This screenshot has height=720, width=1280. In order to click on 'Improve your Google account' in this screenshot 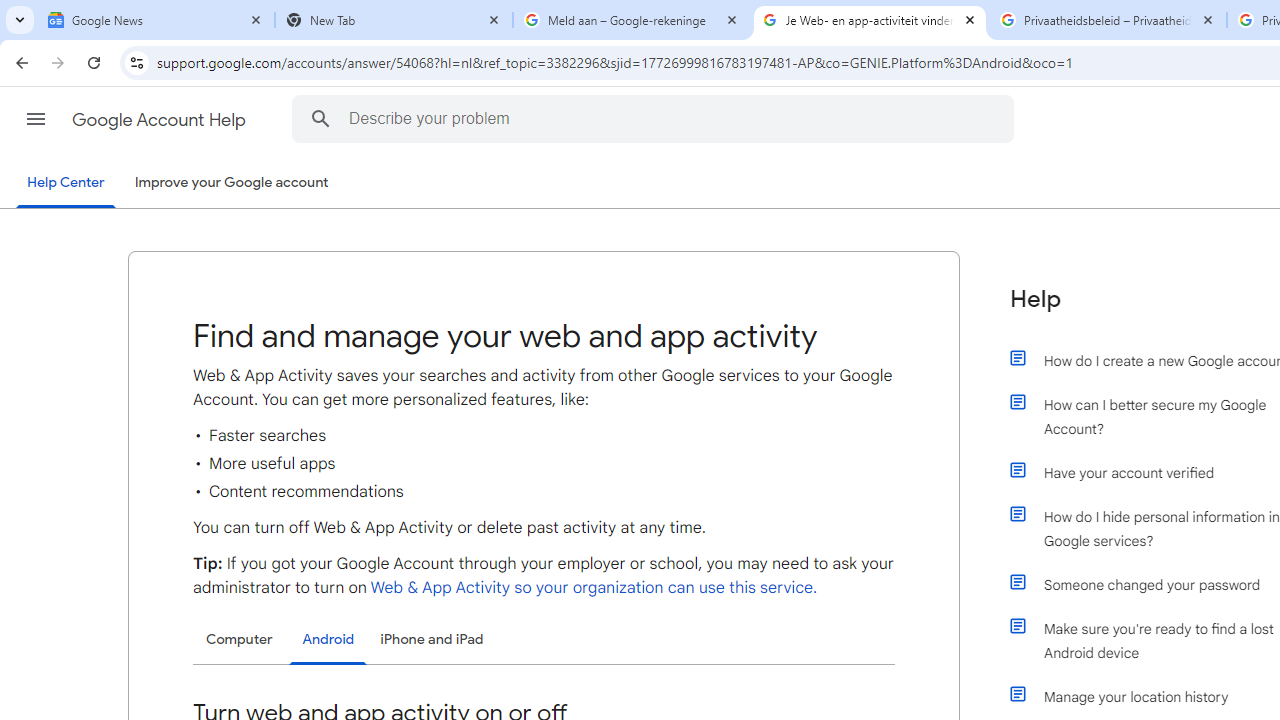, I will do `click(231, 183)`.